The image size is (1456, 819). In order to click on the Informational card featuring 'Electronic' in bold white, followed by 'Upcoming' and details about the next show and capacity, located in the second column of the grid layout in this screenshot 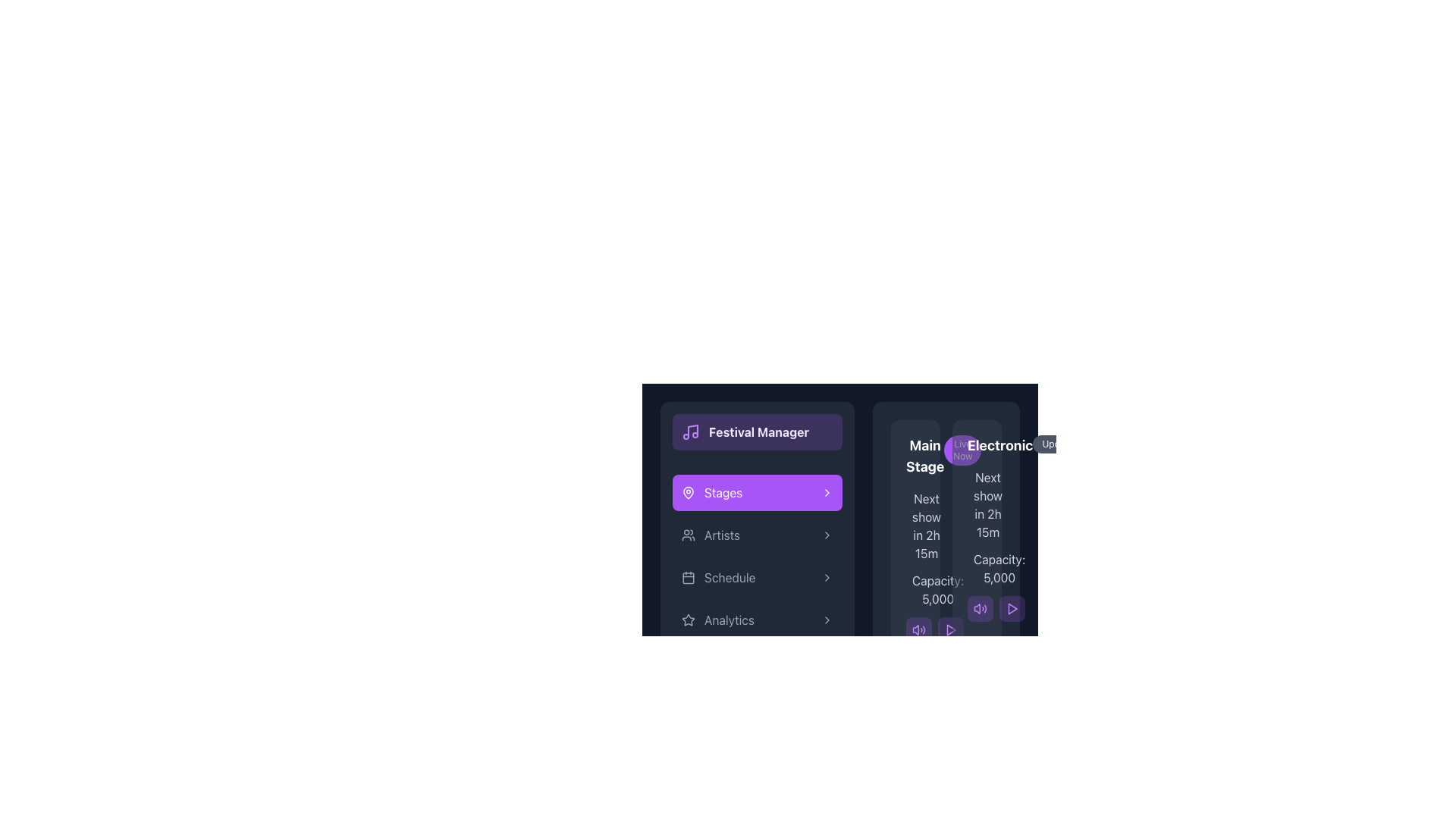, I will do `click(977, 538)`.